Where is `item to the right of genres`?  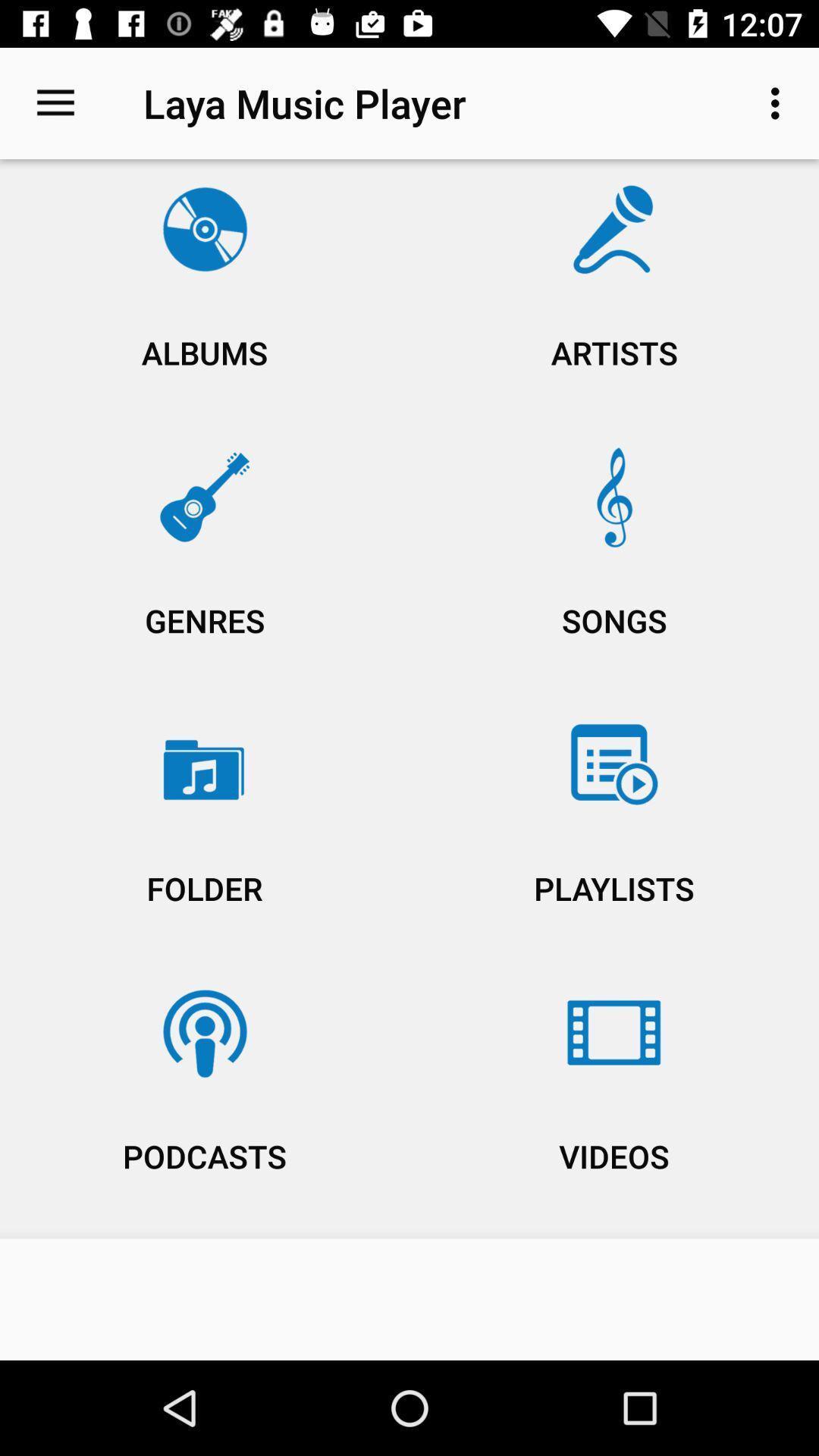 item to the right of genres is located at coordinates (614, 832).